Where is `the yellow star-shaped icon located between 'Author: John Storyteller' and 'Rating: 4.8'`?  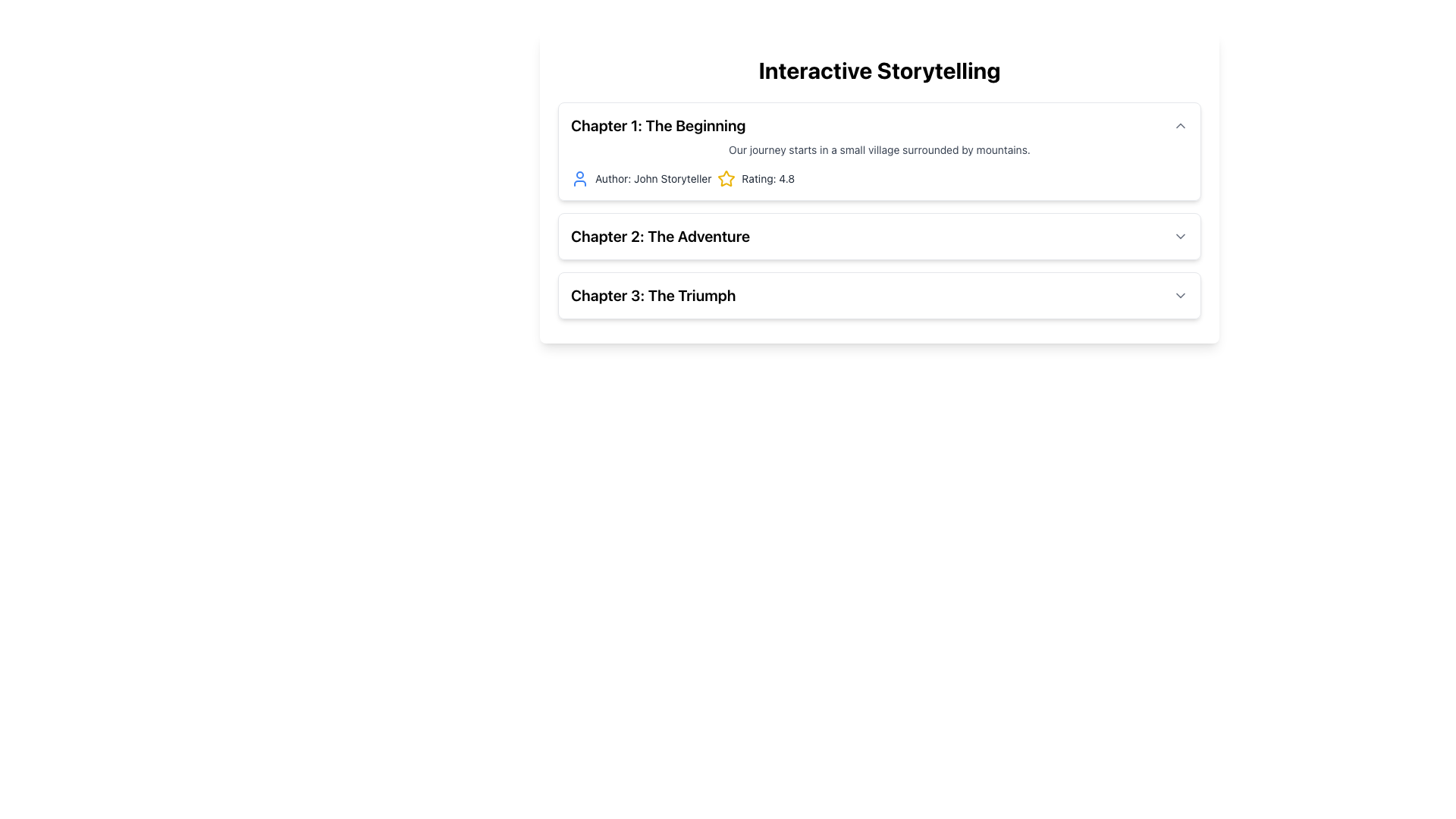 the yellow star-shaped icon located between 'Author: John Storyteller' and 'Rating: 4.8' is located at coordinates (726, 177).